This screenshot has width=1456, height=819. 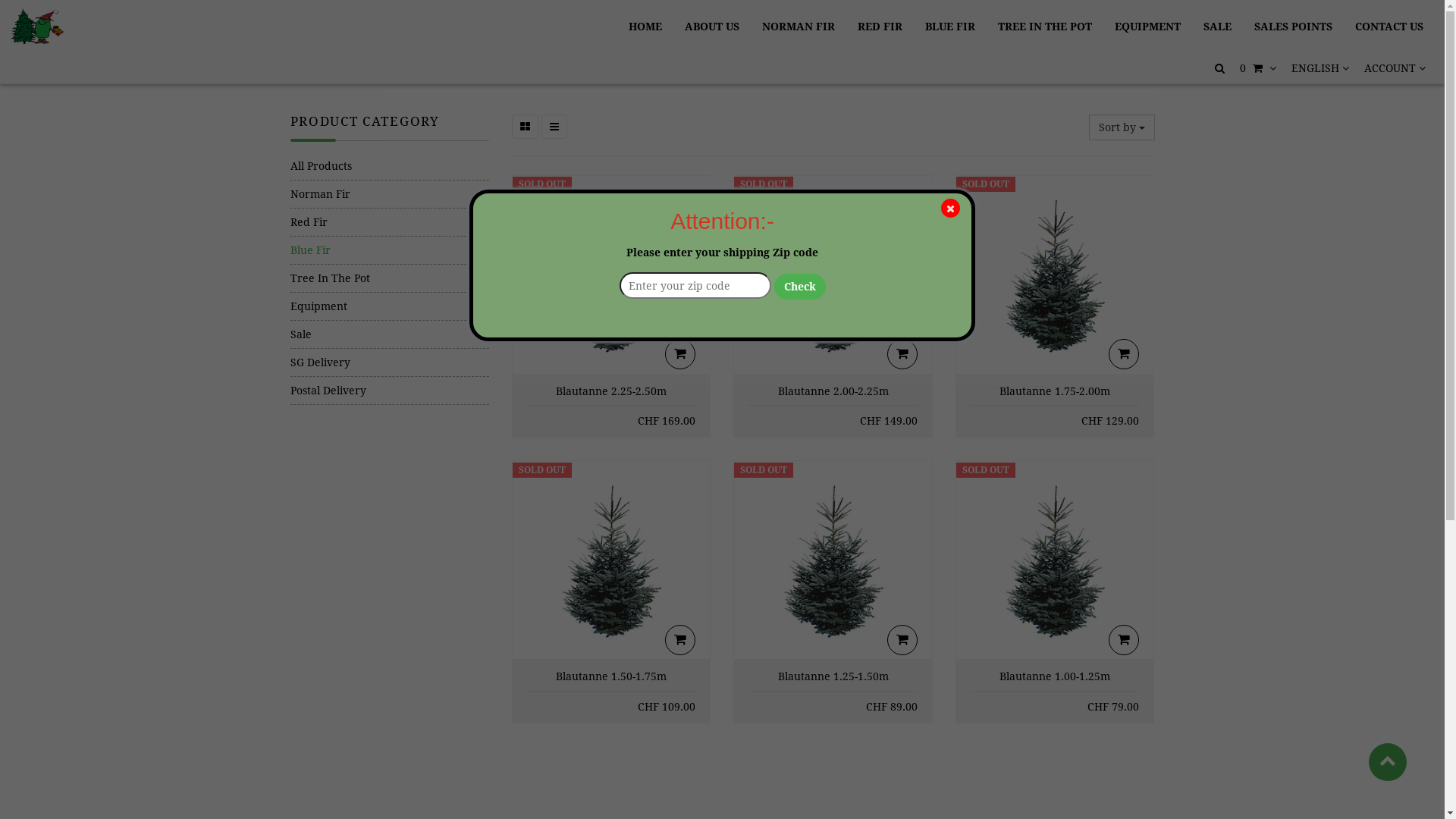 What do you see at coordinates (389, 278) in the screenshot?
I see `'Tree In The Pot'` at bounding box center [389, 278].